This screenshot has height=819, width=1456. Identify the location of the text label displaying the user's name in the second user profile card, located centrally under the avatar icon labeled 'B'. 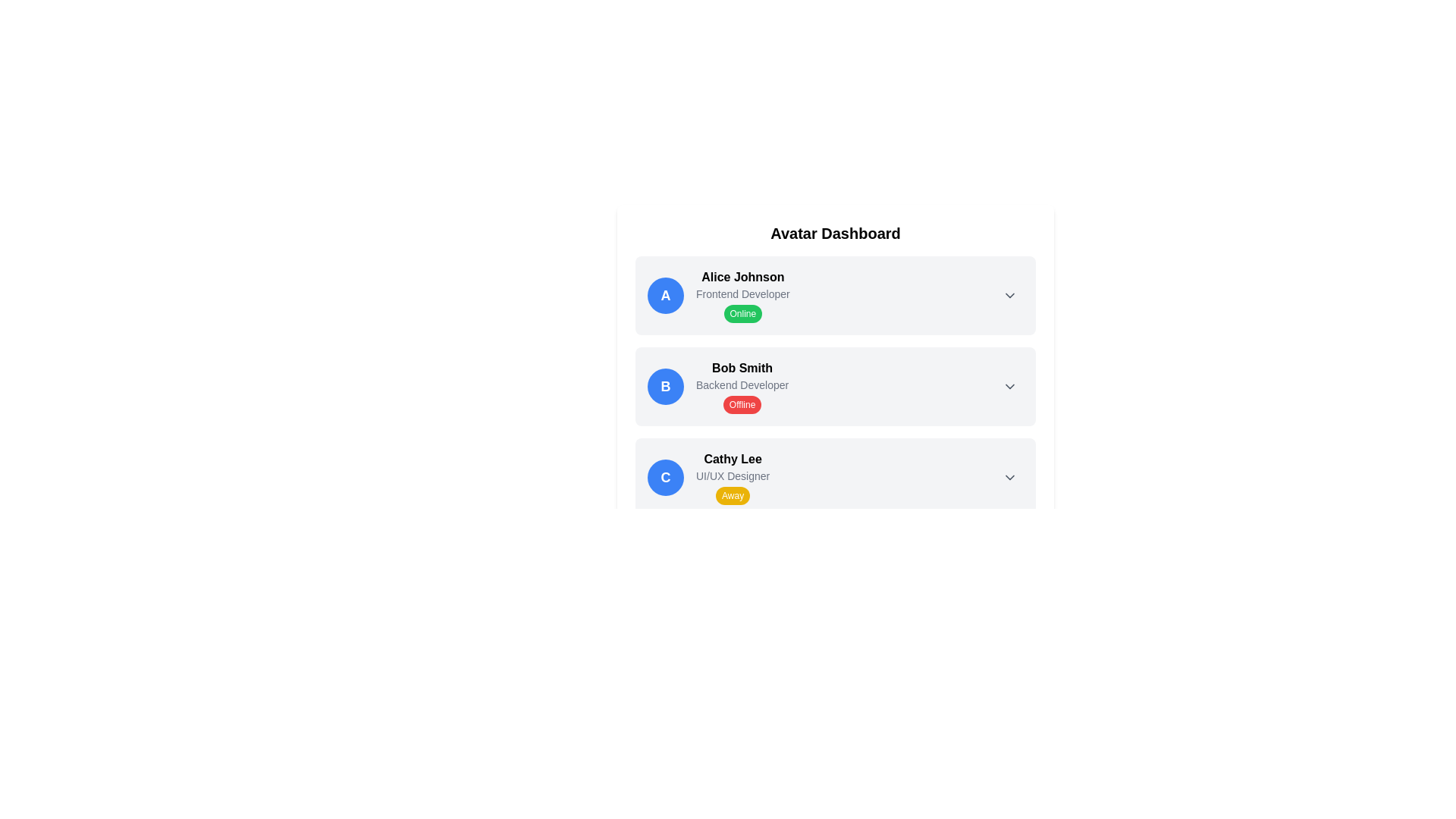
(742, 369).